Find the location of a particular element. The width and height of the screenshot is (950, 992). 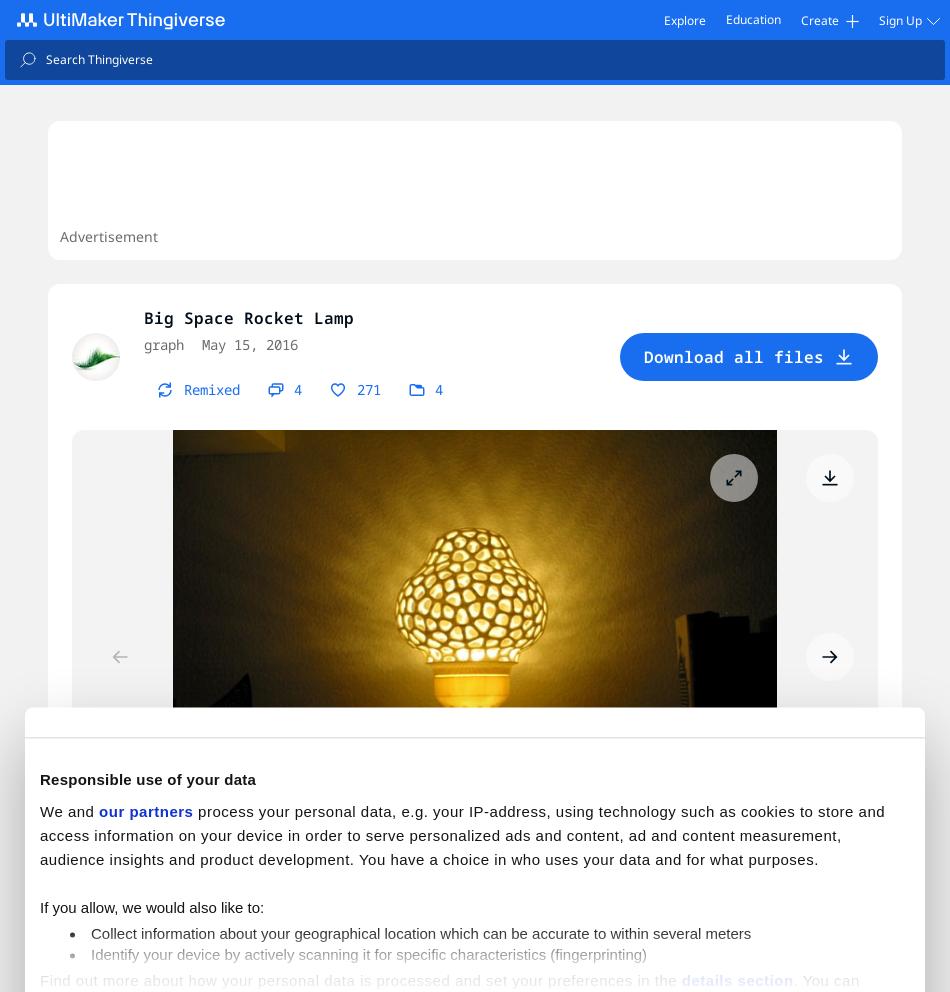

'Advertisement' is located at coordinates (108, 236).